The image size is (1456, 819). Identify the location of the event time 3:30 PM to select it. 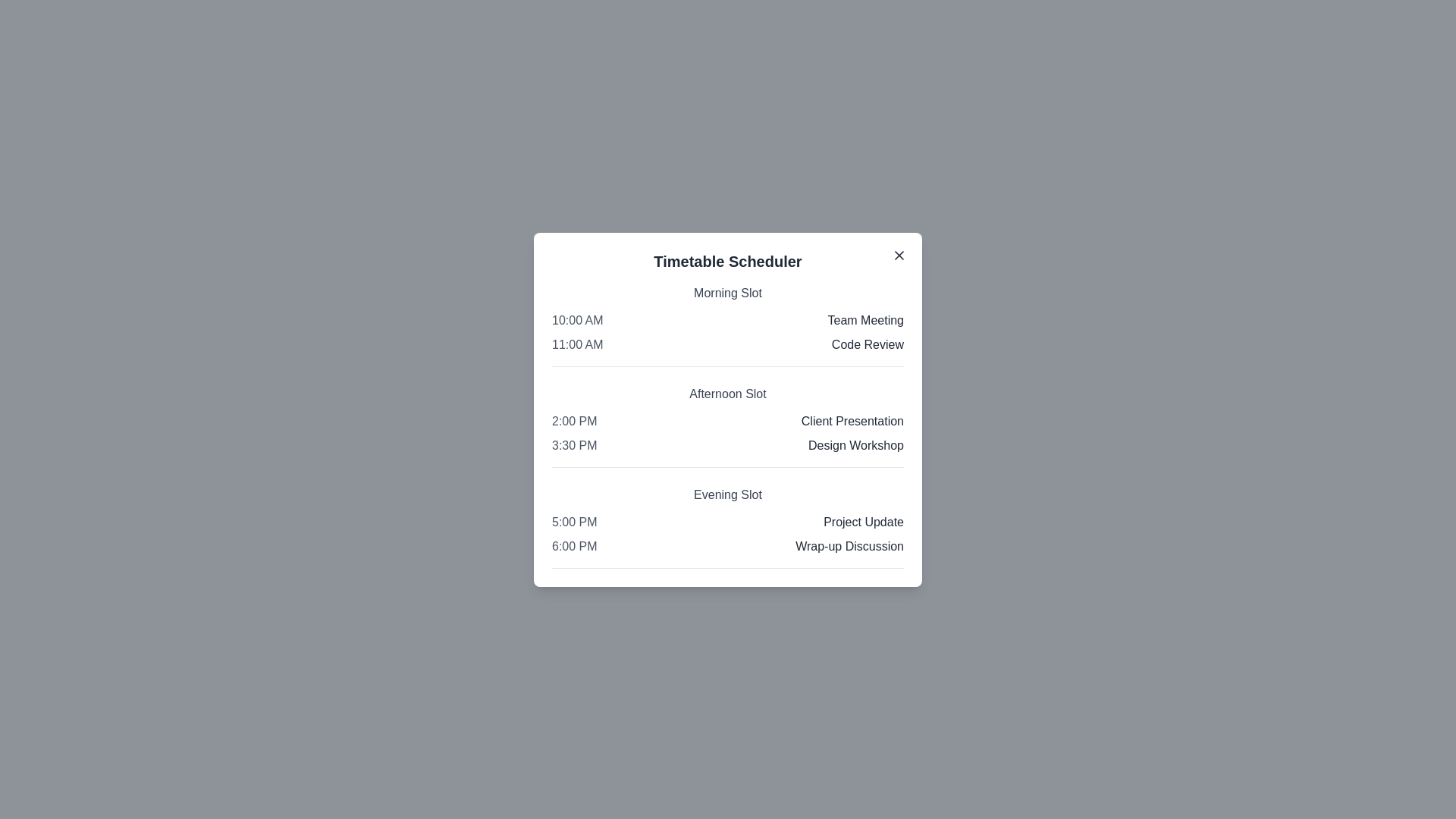
(573, 444).